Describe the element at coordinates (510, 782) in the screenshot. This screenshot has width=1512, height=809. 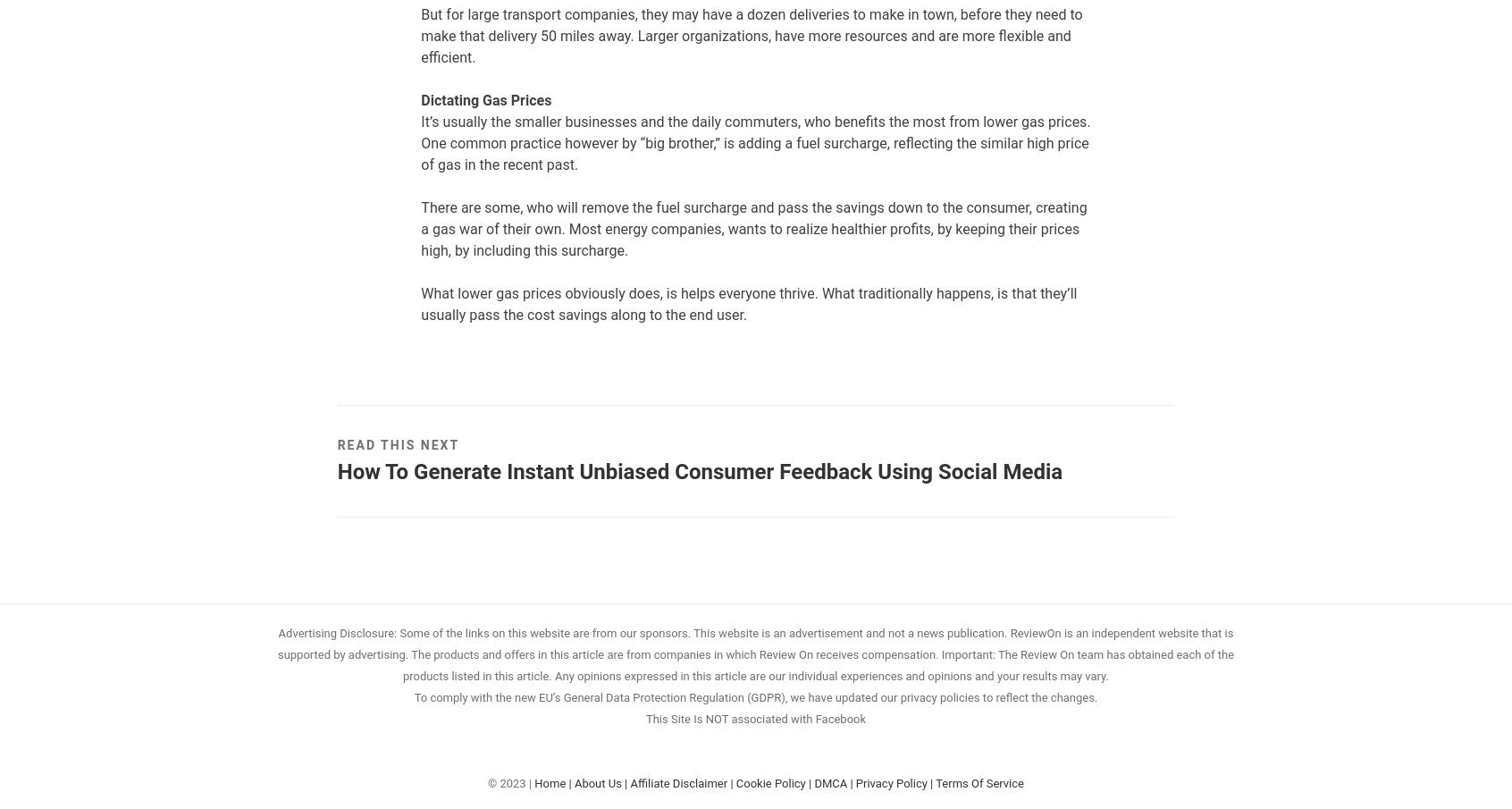
I see `'© 2023 |'` at that location.